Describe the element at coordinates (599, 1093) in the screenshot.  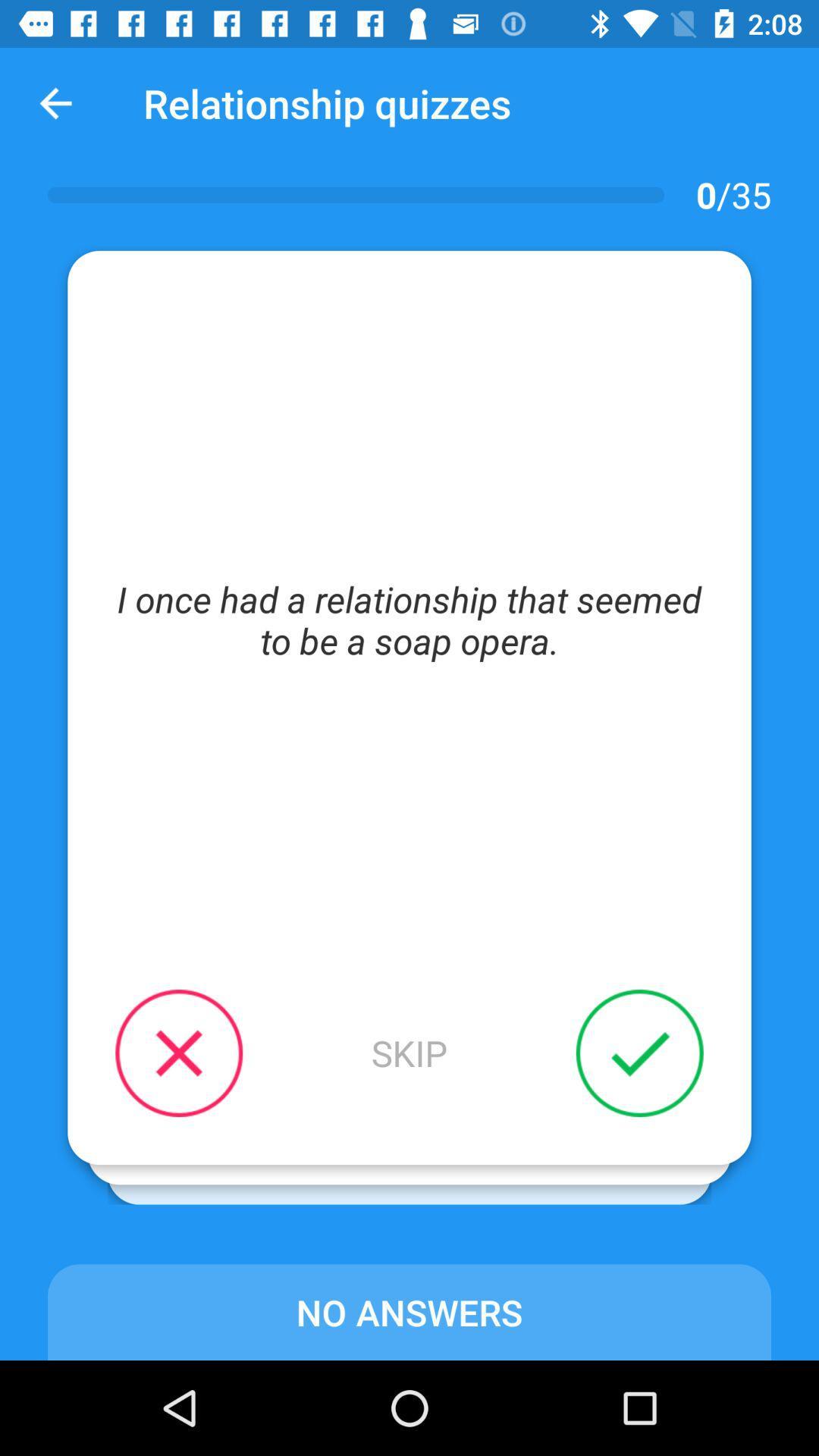
I see `the check icon` at that location.